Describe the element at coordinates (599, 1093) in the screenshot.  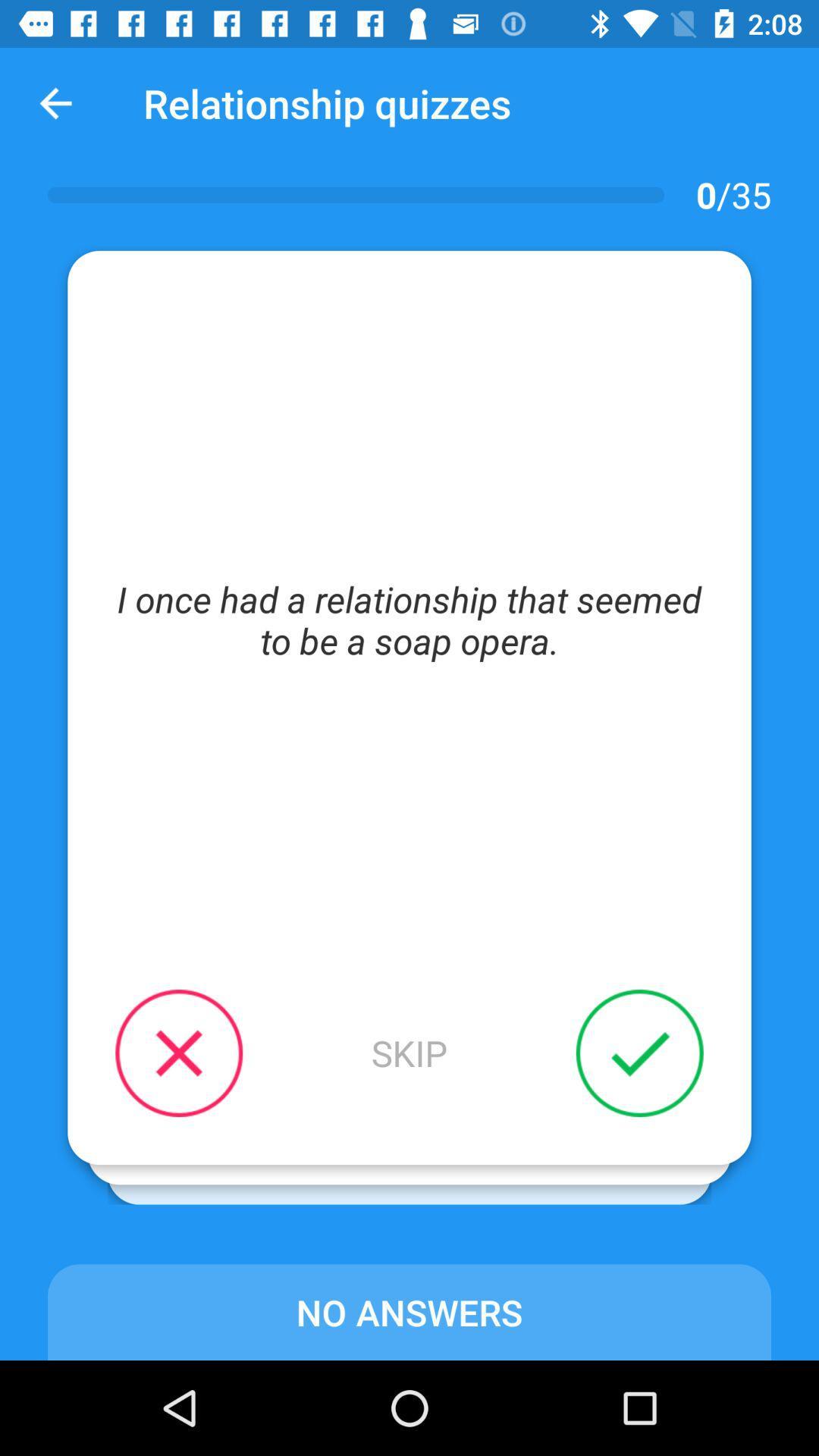
I see `the check icon` at that location.